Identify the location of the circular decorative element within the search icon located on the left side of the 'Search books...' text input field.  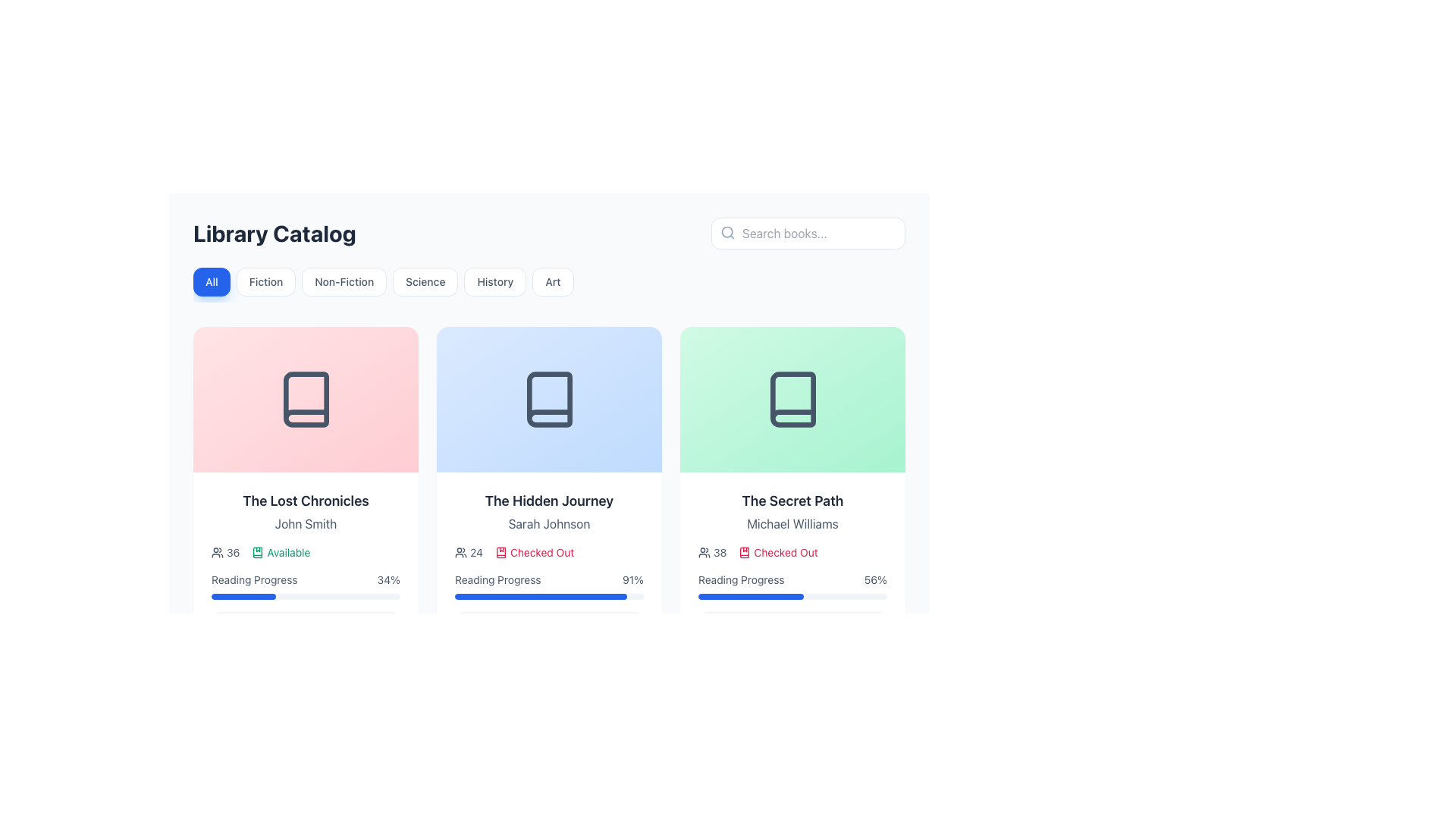
(726, 232).